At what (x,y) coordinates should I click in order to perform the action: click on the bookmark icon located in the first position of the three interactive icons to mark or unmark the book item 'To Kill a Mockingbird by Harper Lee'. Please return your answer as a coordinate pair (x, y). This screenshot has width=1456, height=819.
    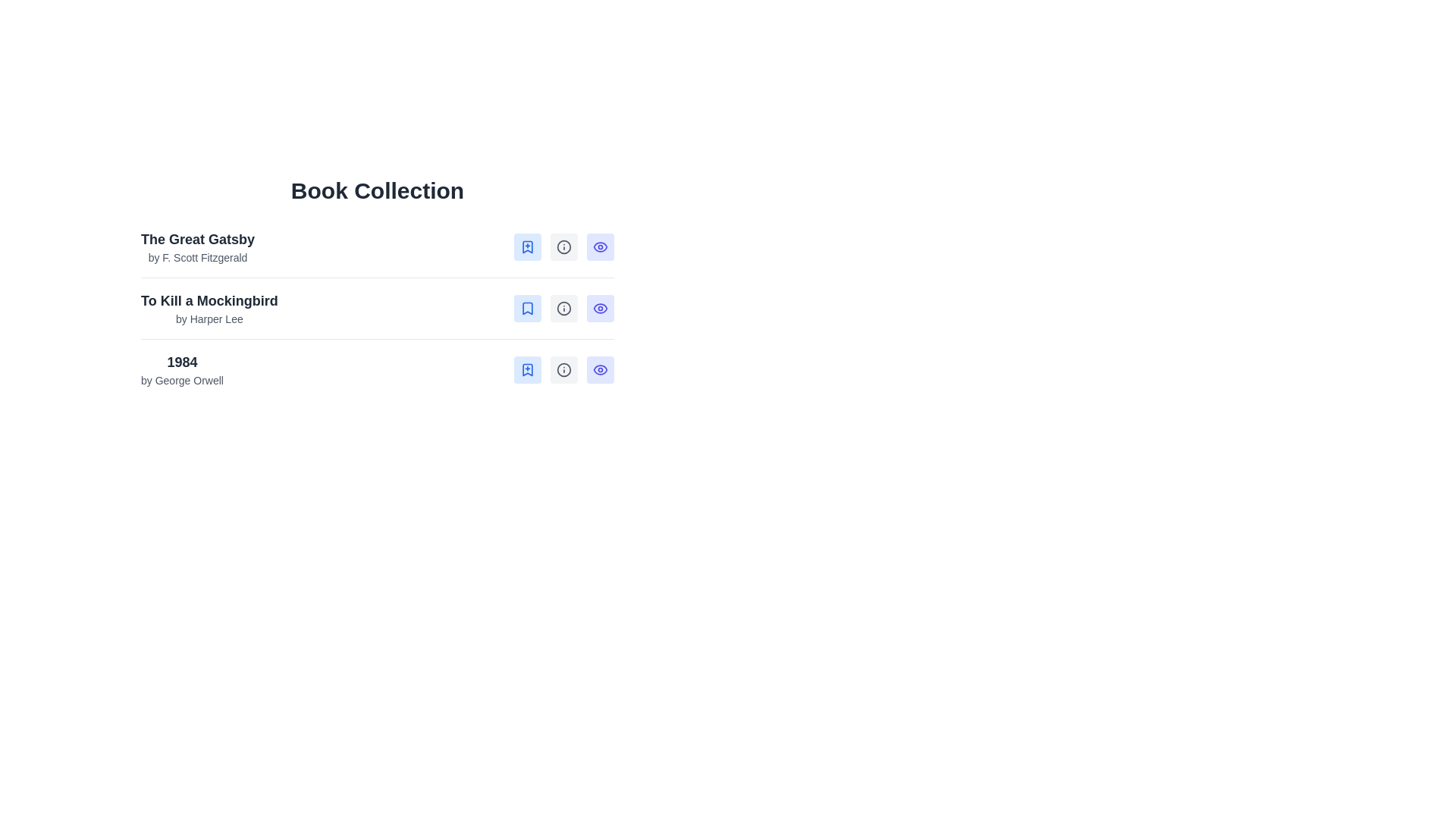
    Looking at the image, I should click on (528, 308).